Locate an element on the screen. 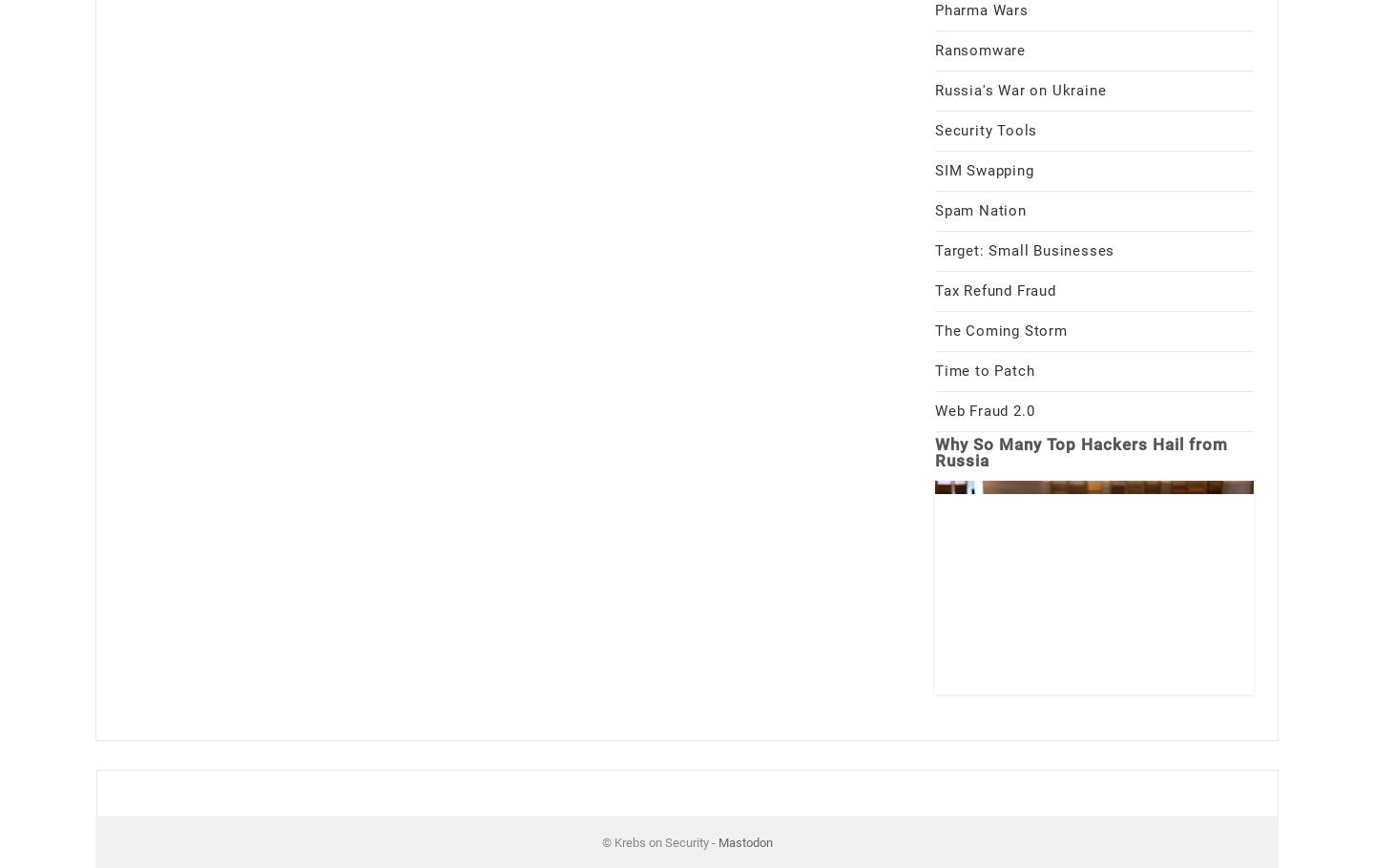  'Ransomware' is located at coordinates (980, 49).